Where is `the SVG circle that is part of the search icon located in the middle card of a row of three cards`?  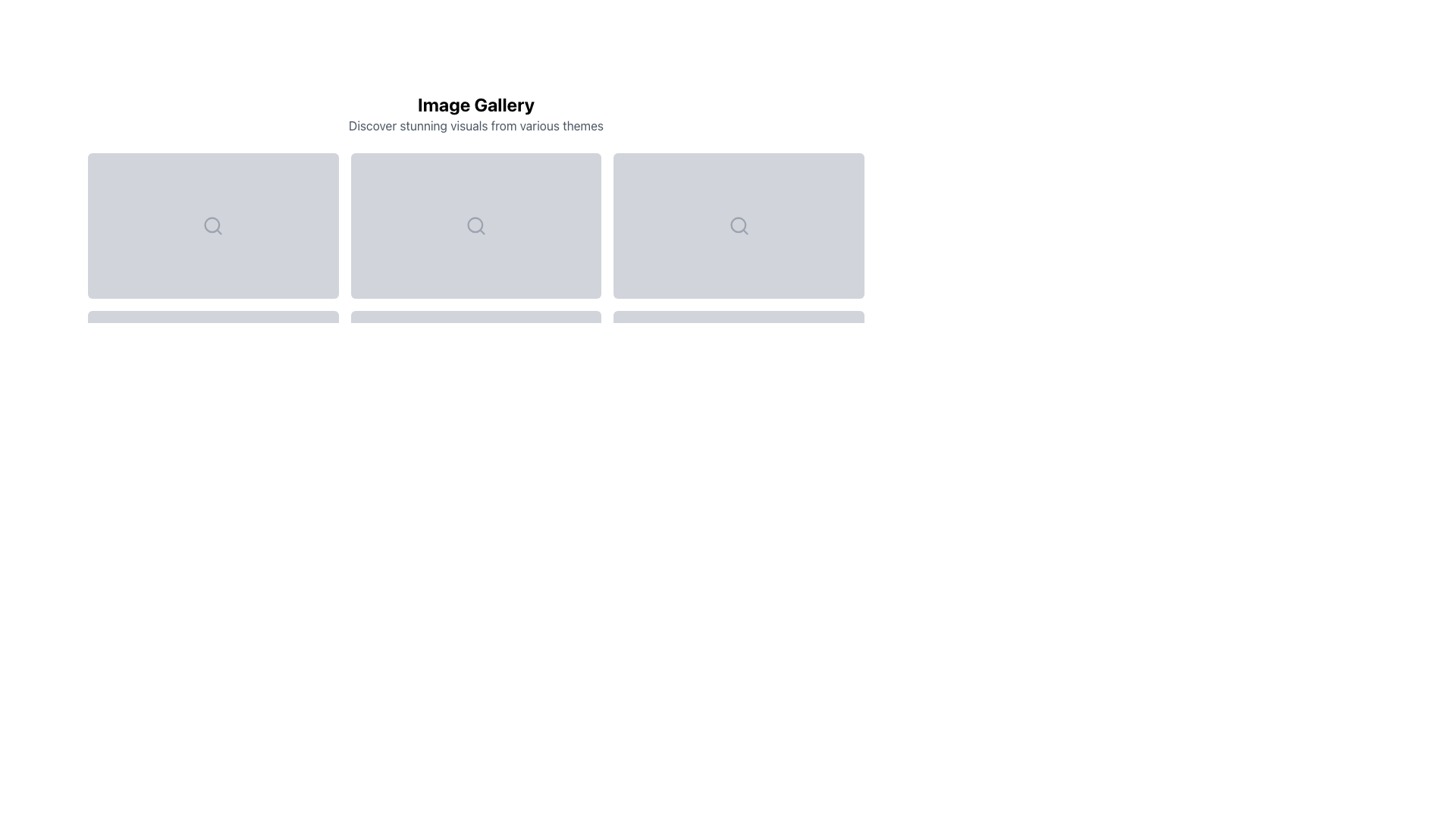 the SVG circle that is part of the search icon located in the middle card of a row of three cards is located at coordinates (738, 224).